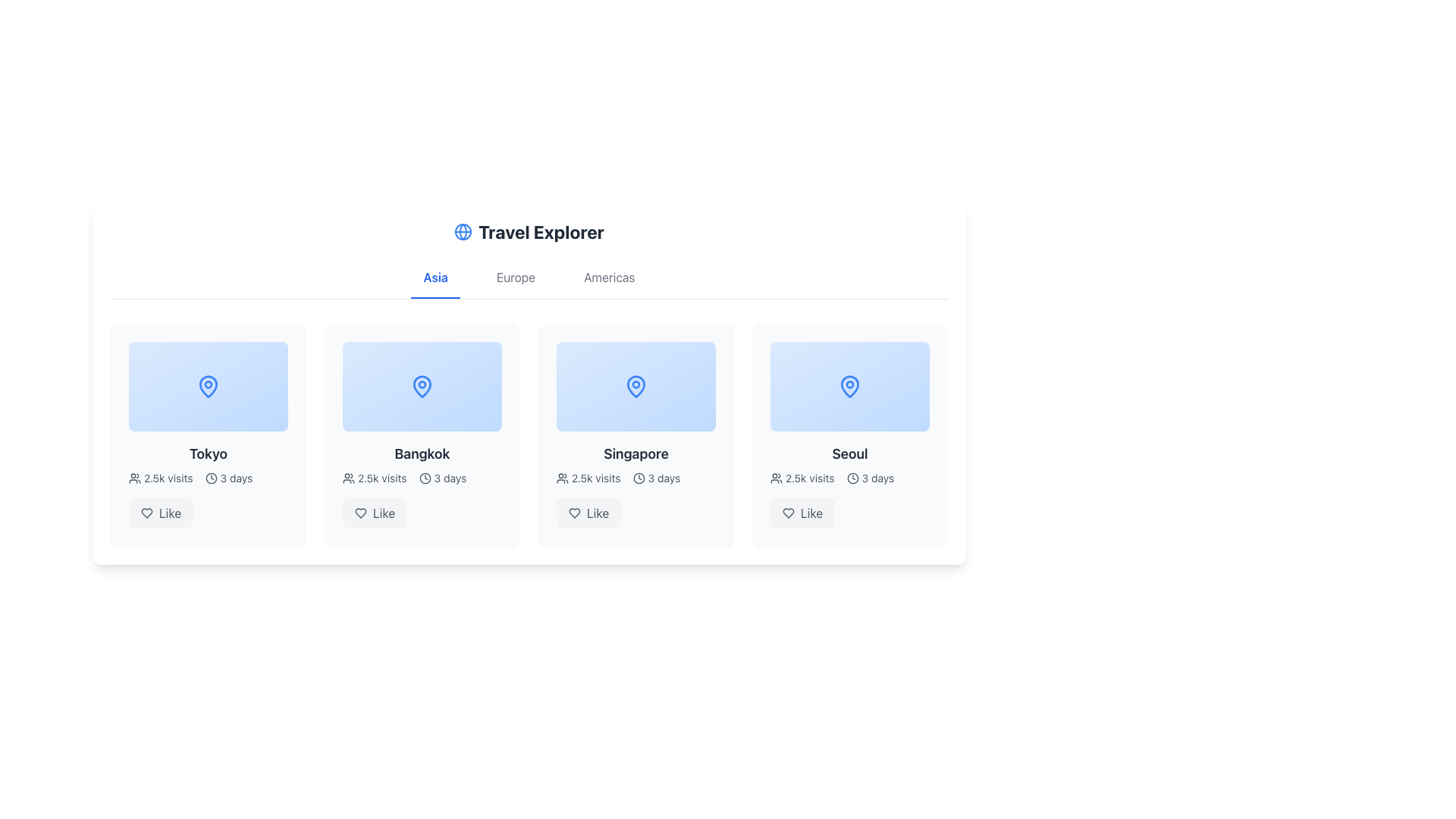  What do you see at coordinates (852, 479) in the screenshot?
I see `the icon indicating duration or time associated with the '3 days' text, located to the left of the text within the card for 'Seoul'` at bounding box center [852, 479].